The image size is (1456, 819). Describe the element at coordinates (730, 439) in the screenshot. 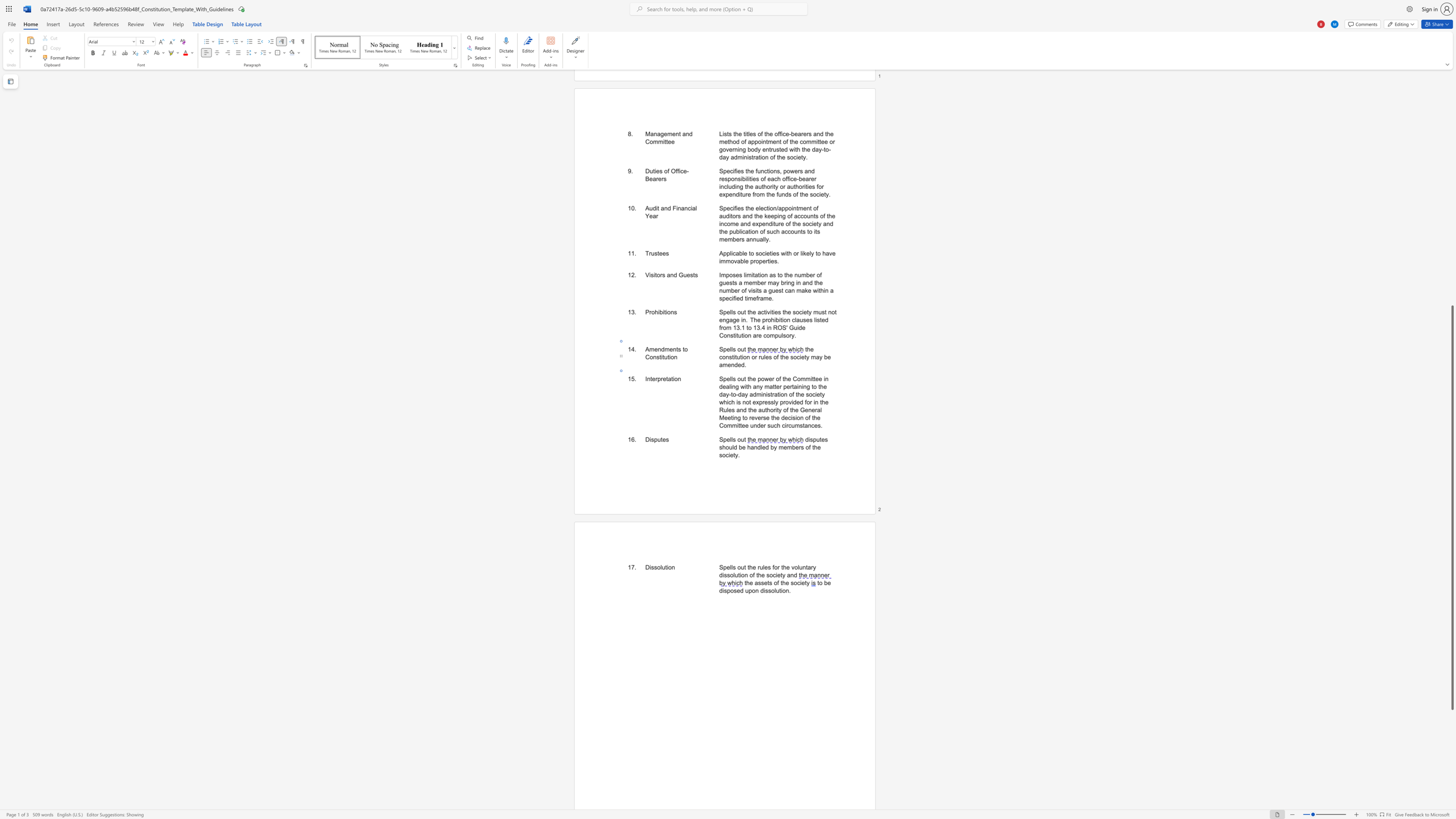

I see `the 1th character "l" in the text` at that location.